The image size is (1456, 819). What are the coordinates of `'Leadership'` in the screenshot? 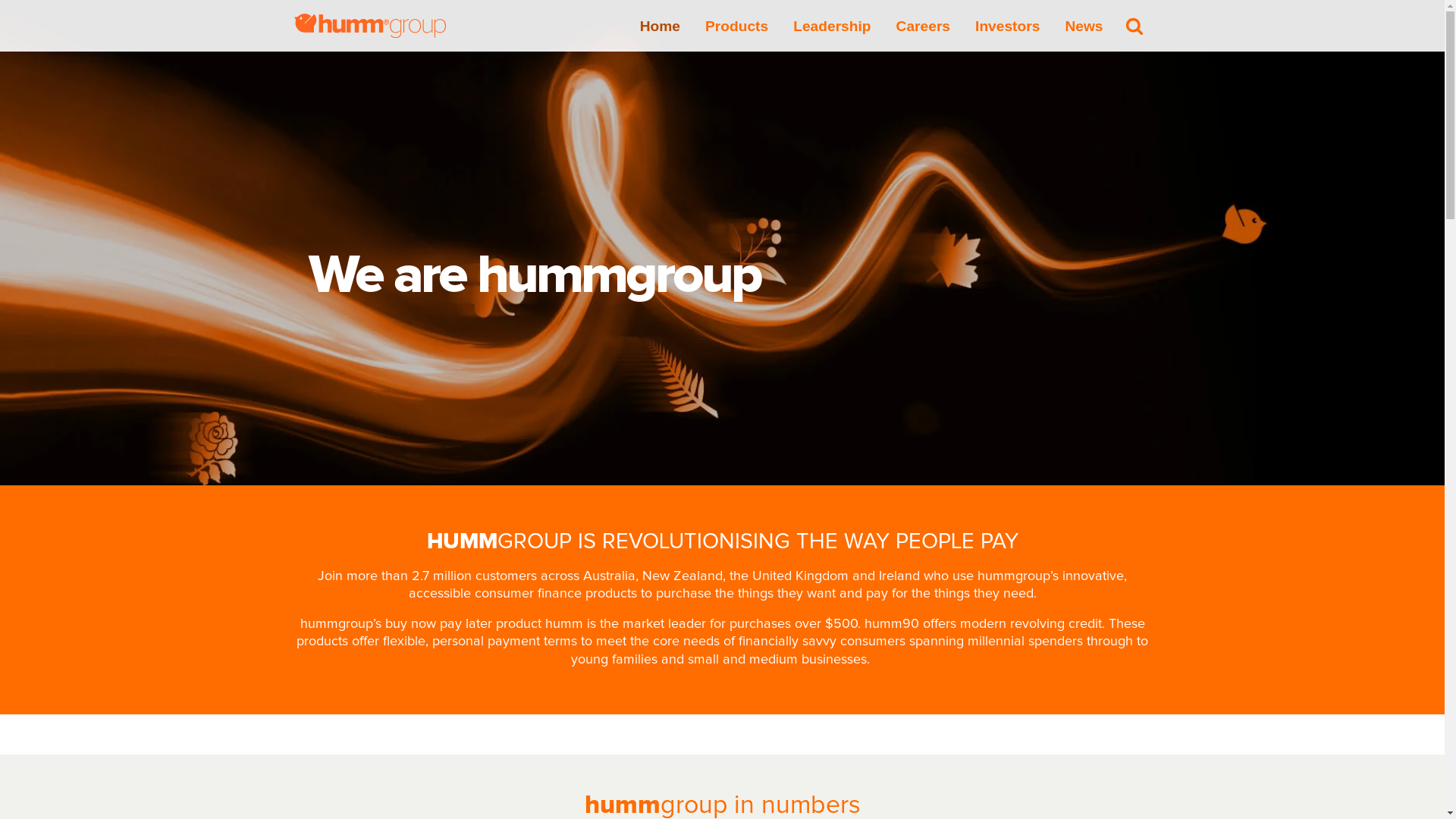 It's located at (792, 25).